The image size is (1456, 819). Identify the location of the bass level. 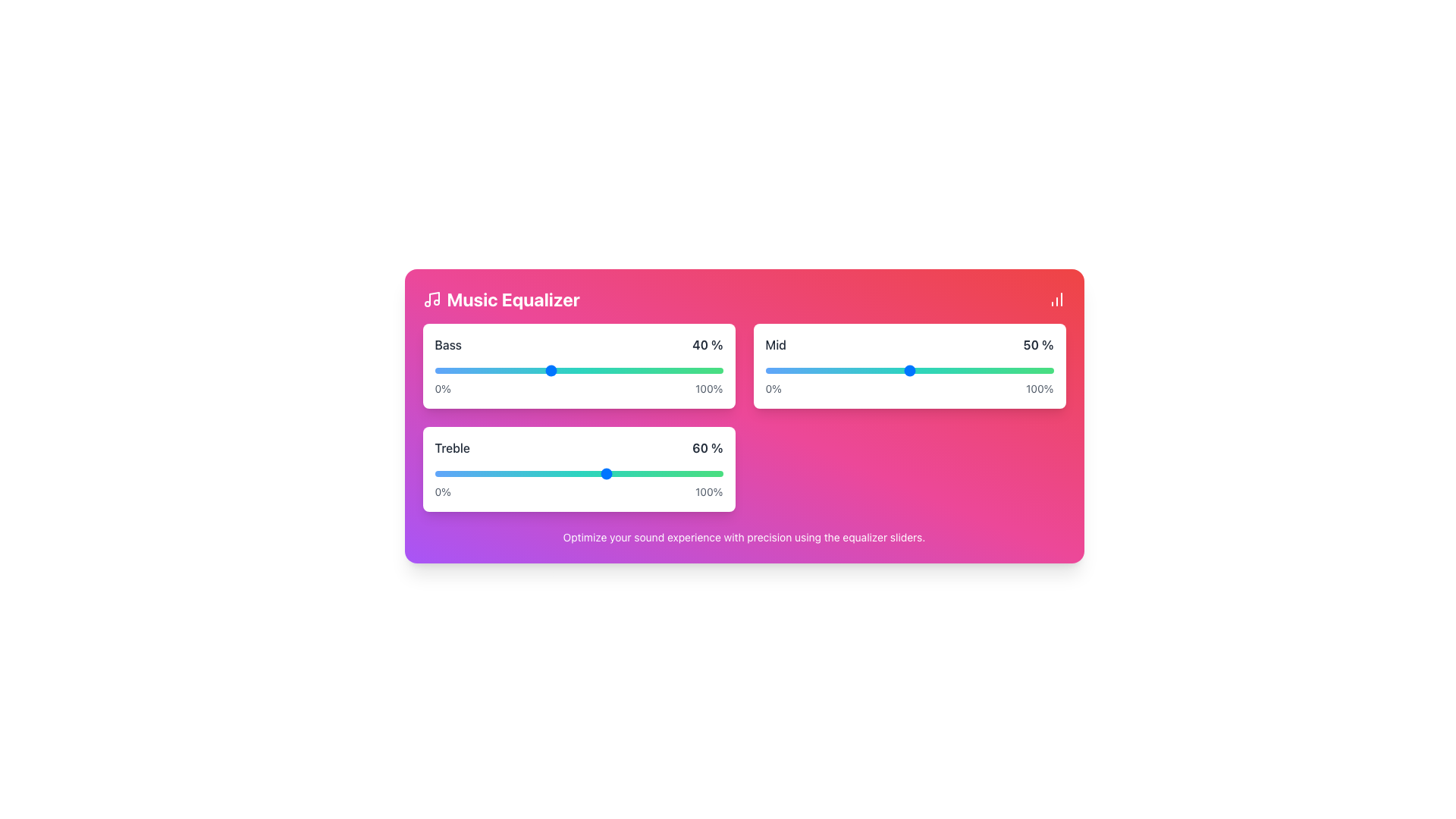
(610, 371).